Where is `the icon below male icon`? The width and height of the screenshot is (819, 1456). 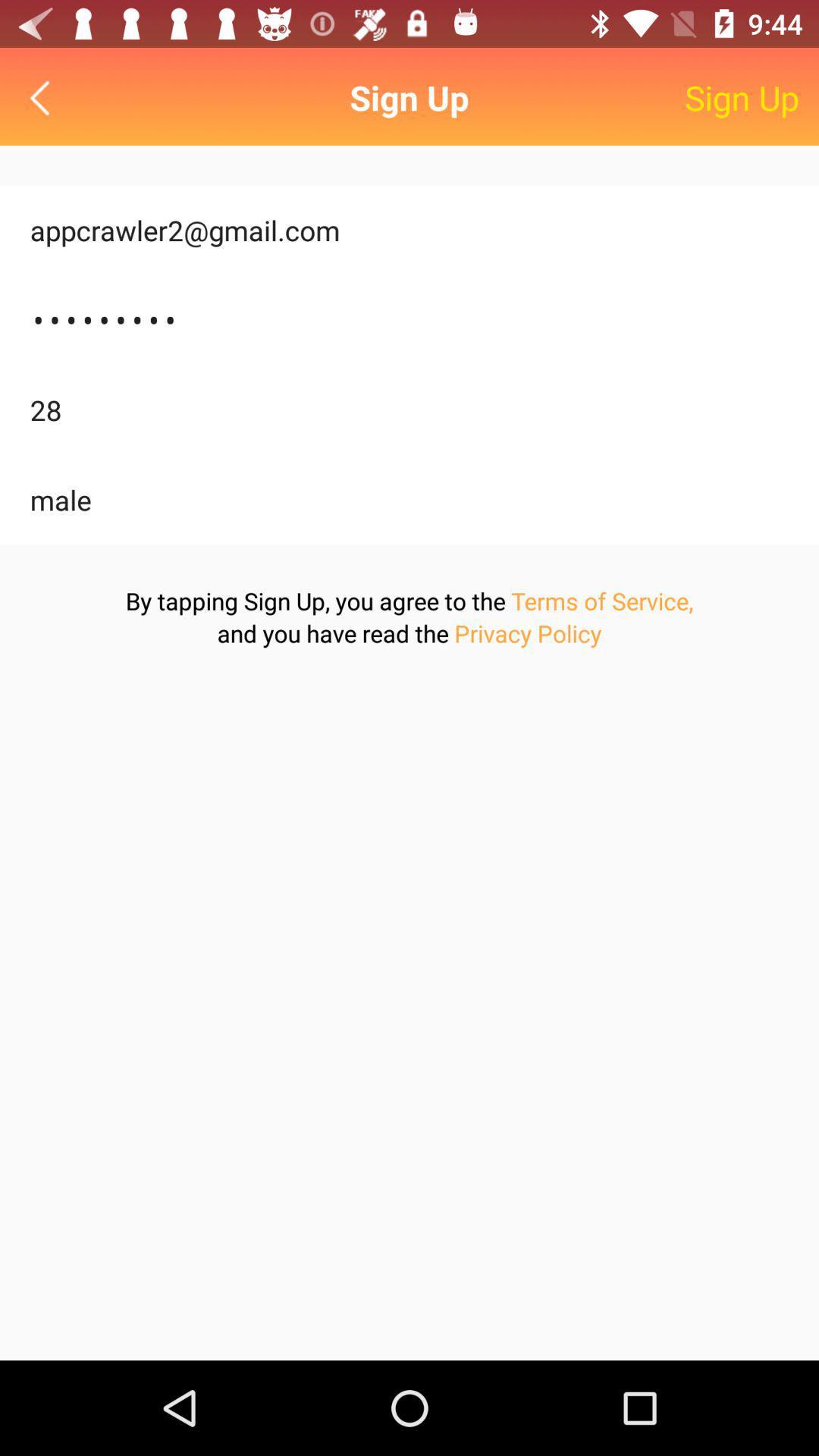
the icon below male icon is located at coordinates (601, 600).